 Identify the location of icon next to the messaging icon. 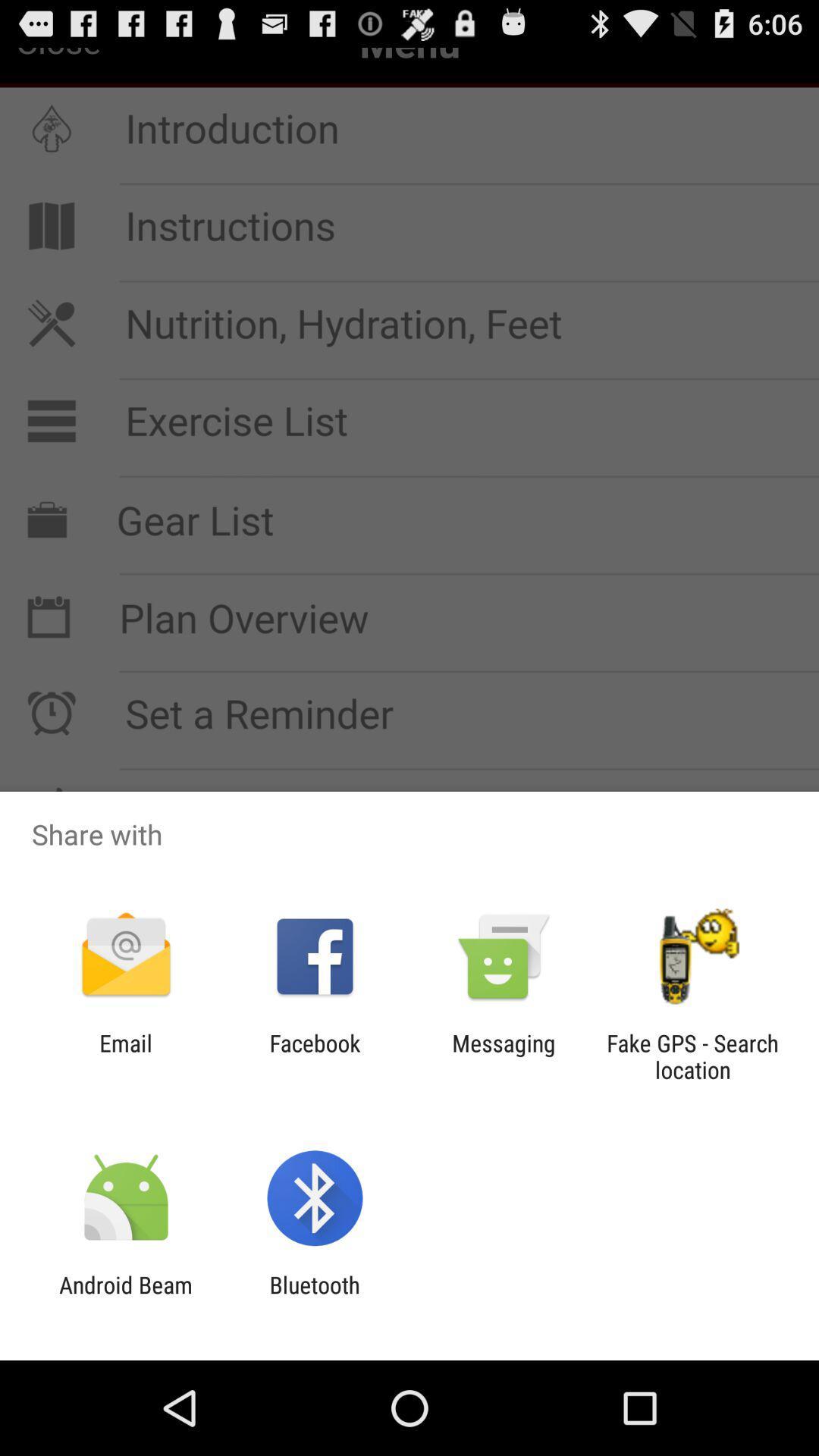
(314, 1056).